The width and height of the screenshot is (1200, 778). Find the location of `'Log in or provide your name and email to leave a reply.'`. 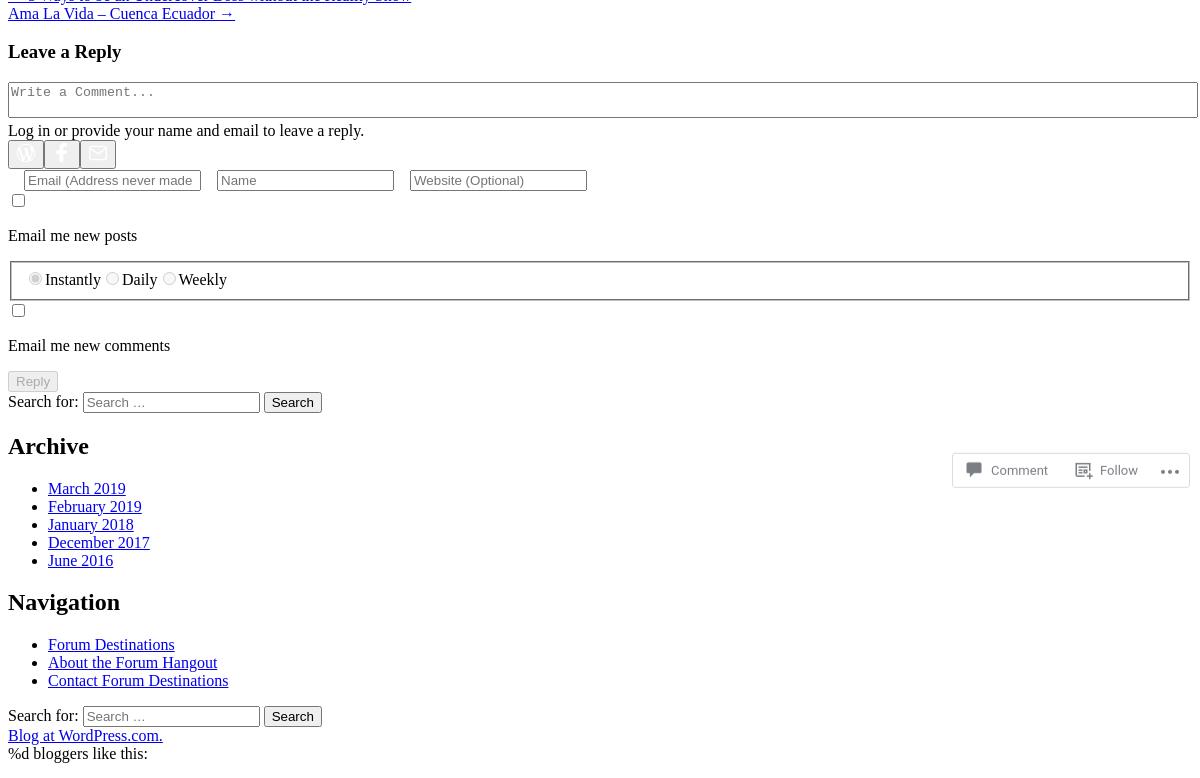

'Log in or provide your name and email to leave a reply.' is located at coordinates (185, 130).